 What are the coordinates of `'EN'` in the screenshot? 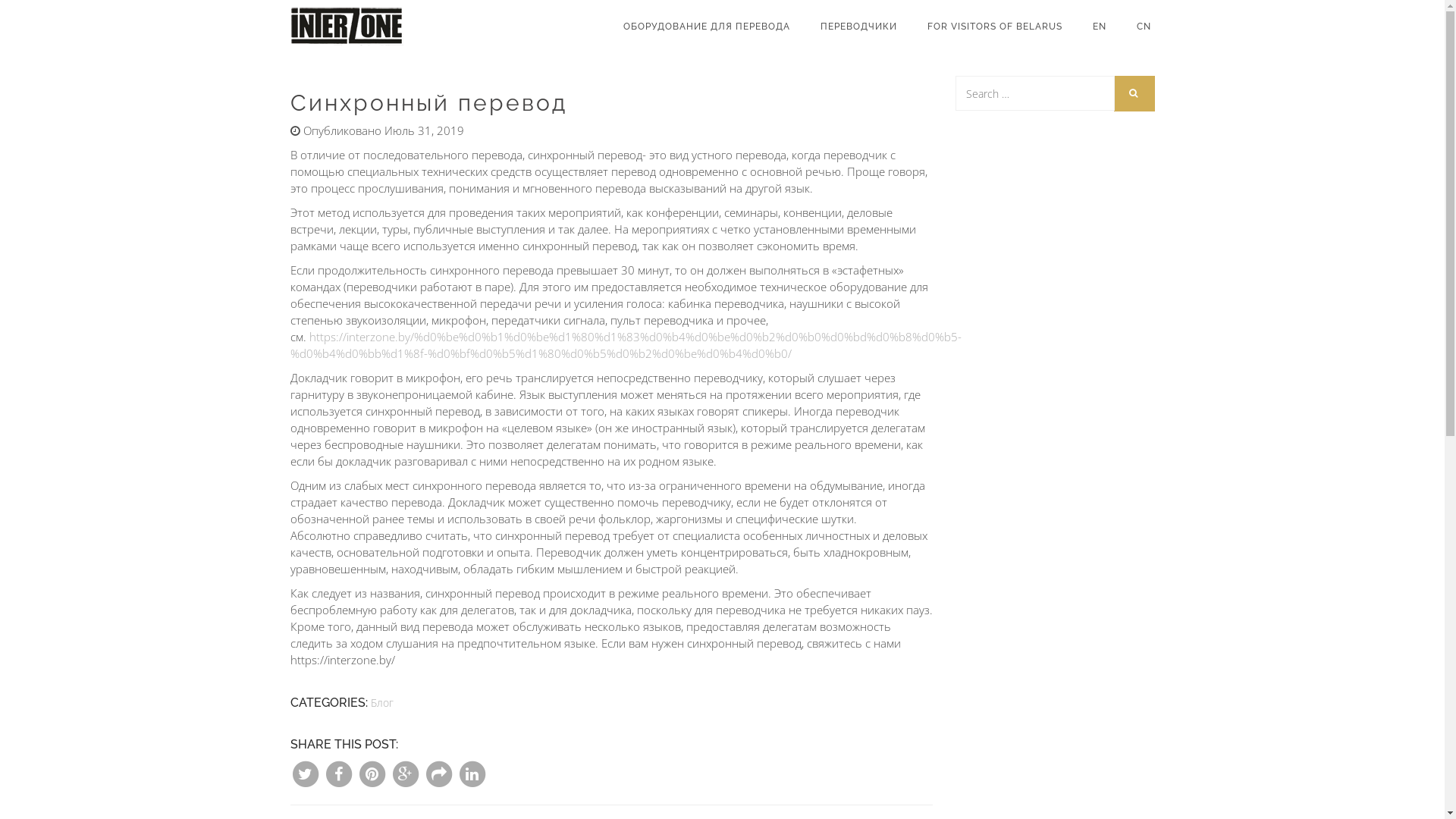 It's located at (1099, 26).